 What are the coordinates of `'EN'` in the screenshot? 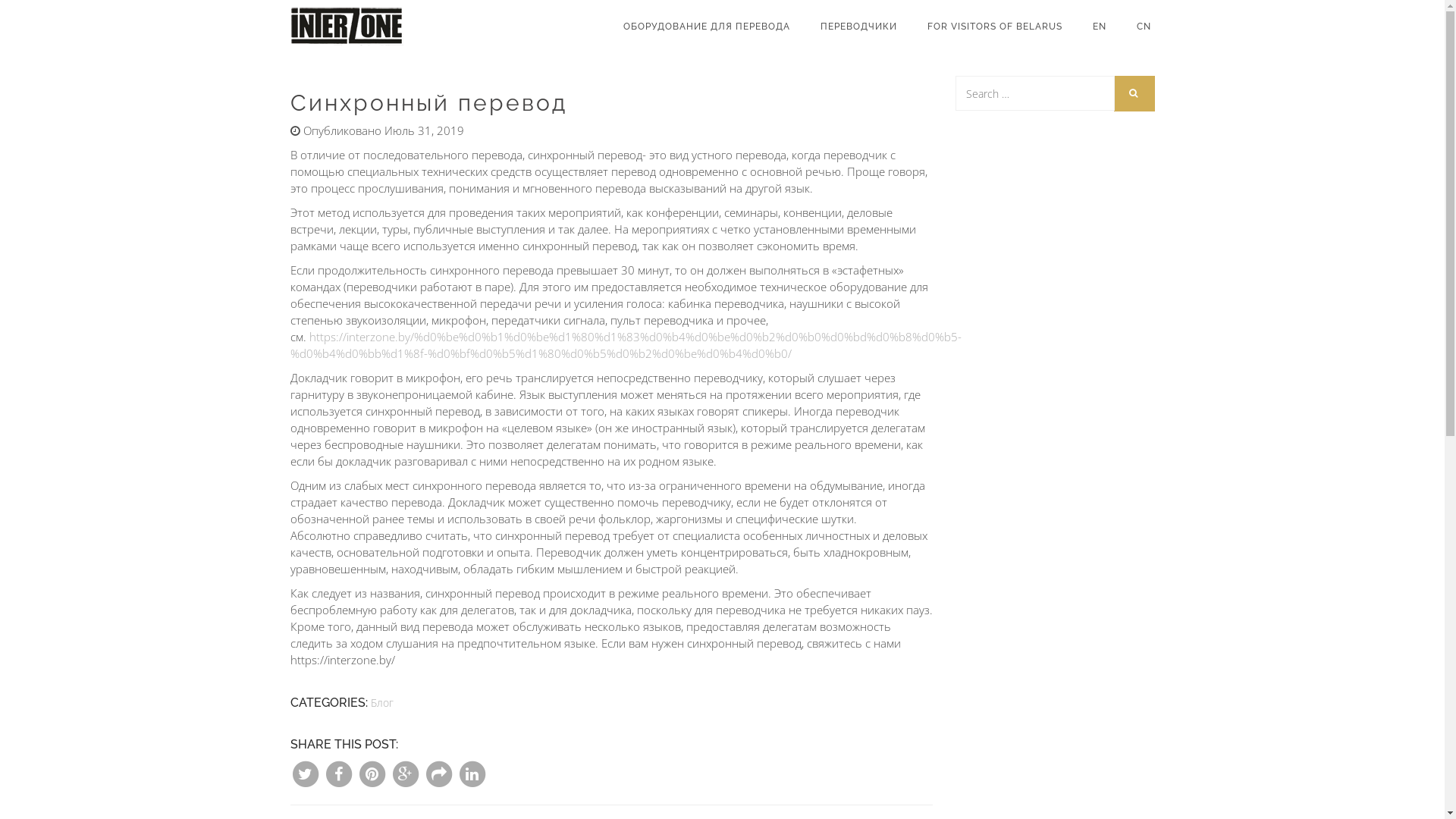 It's located at (1099, 26).